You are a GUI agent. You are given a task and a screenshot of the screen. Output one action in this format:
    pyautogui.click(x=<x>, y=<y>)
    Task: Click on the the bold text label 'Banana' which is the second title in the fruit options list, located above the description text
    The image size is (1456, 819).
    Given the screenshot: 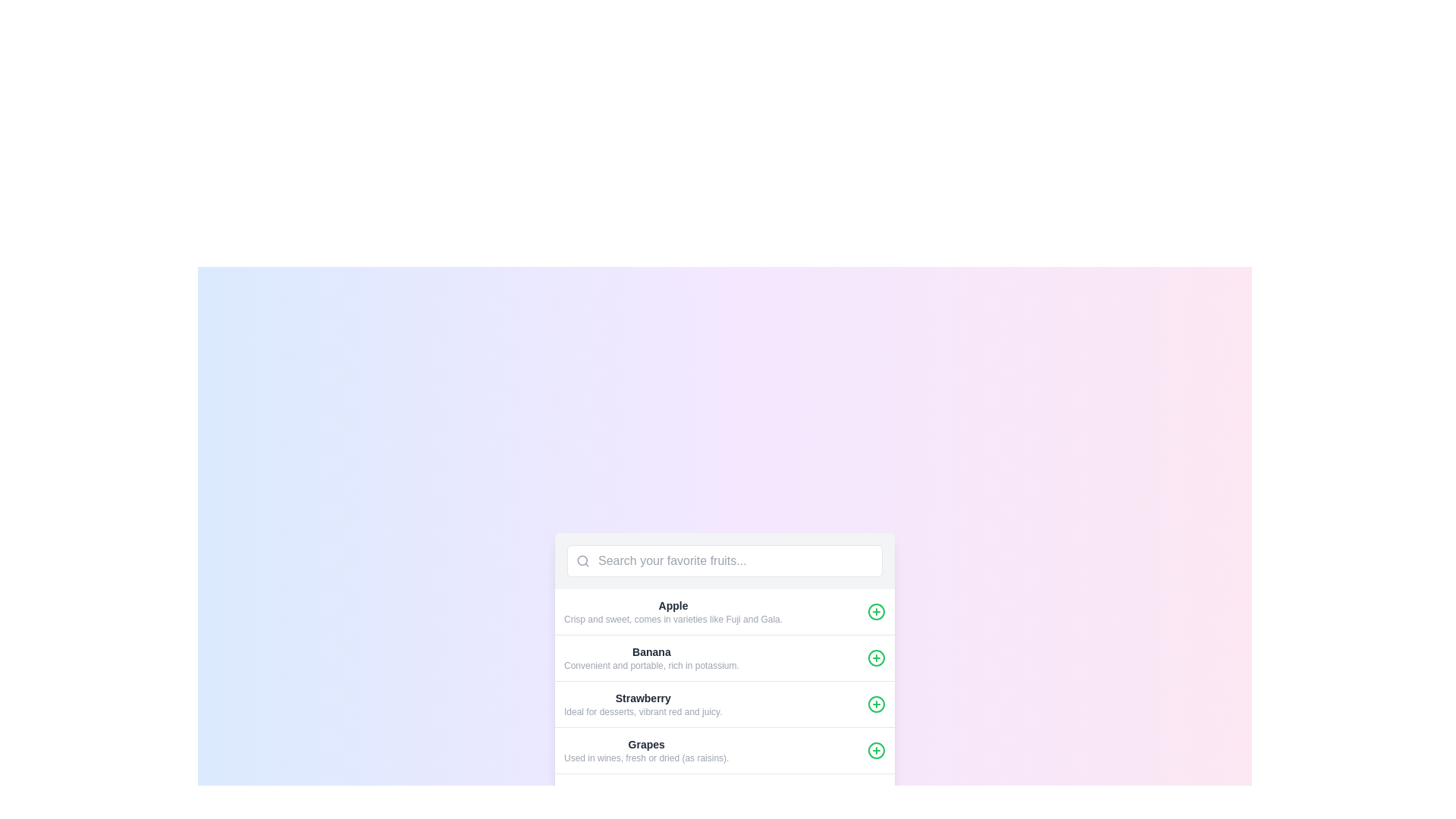 What is the action you would take?
    pyautogui.click(x=651, y=651)
    